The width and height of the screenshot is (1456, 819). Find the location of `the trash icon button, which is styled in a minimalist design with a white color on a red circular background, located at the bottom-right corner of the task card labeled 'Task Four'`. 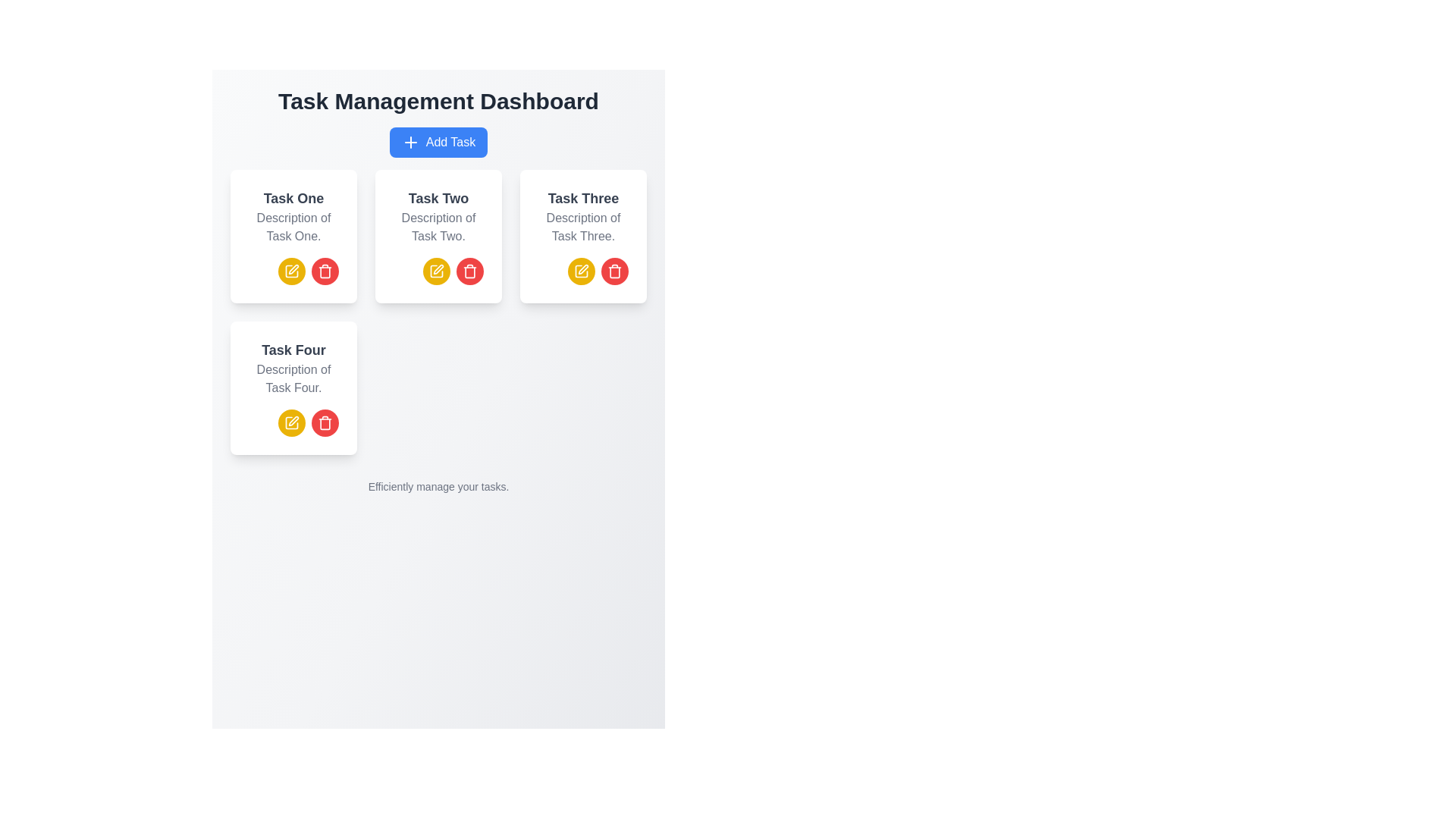

the trash icon button, which is styled in a minimalist design with a white color on a red circular background, located at the bottom-right corner of the task card labeled 'Task Four' is located at coordinates (324, 423).